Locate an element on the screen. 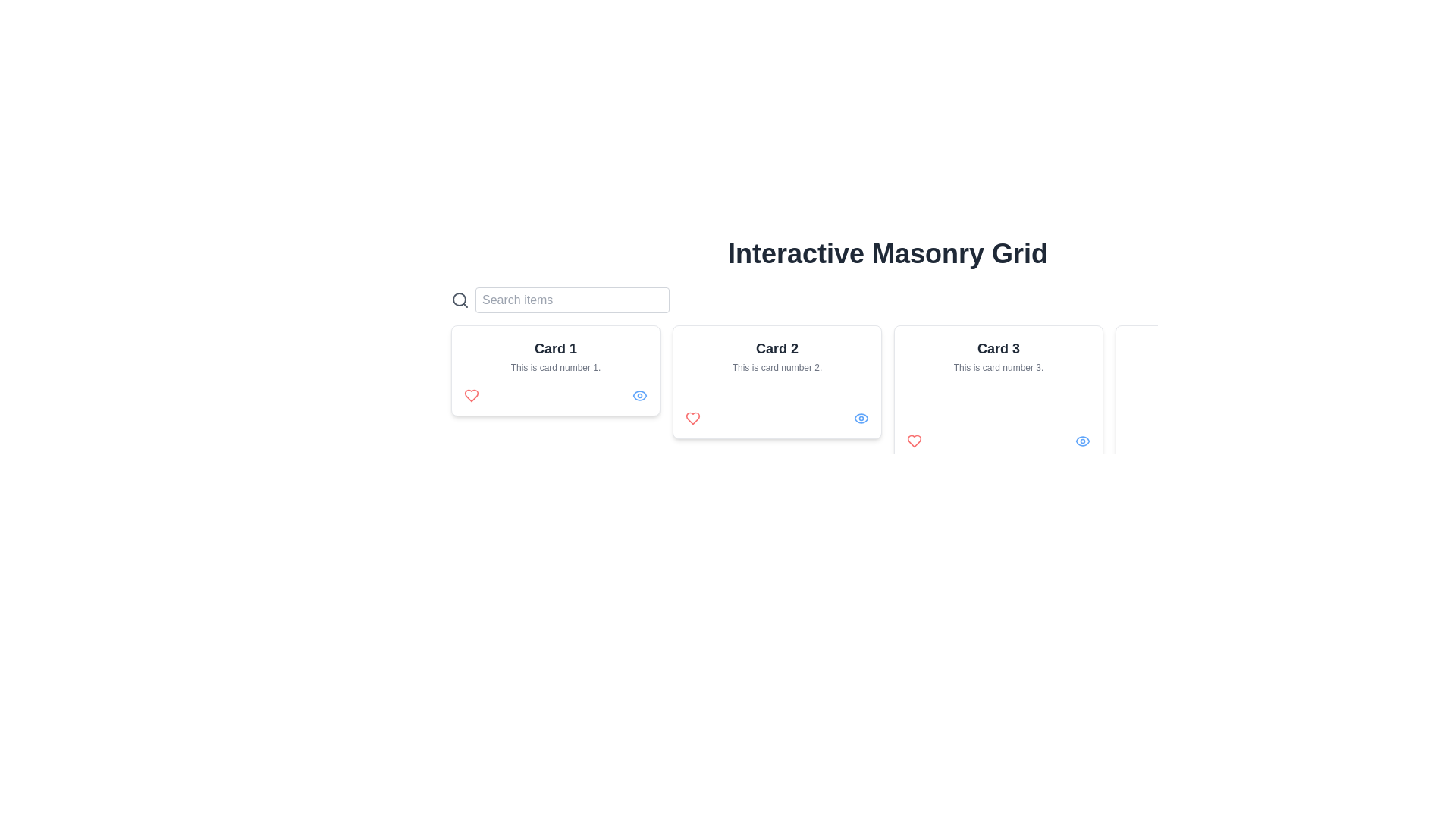 Image resolution: width=1456 pixels, height=819 pixels. the circular icon depicting a magnifying glass, which represents search functionality, located at the left side of the search bar near the top-left of the interface is located at coordinates (458, 299).